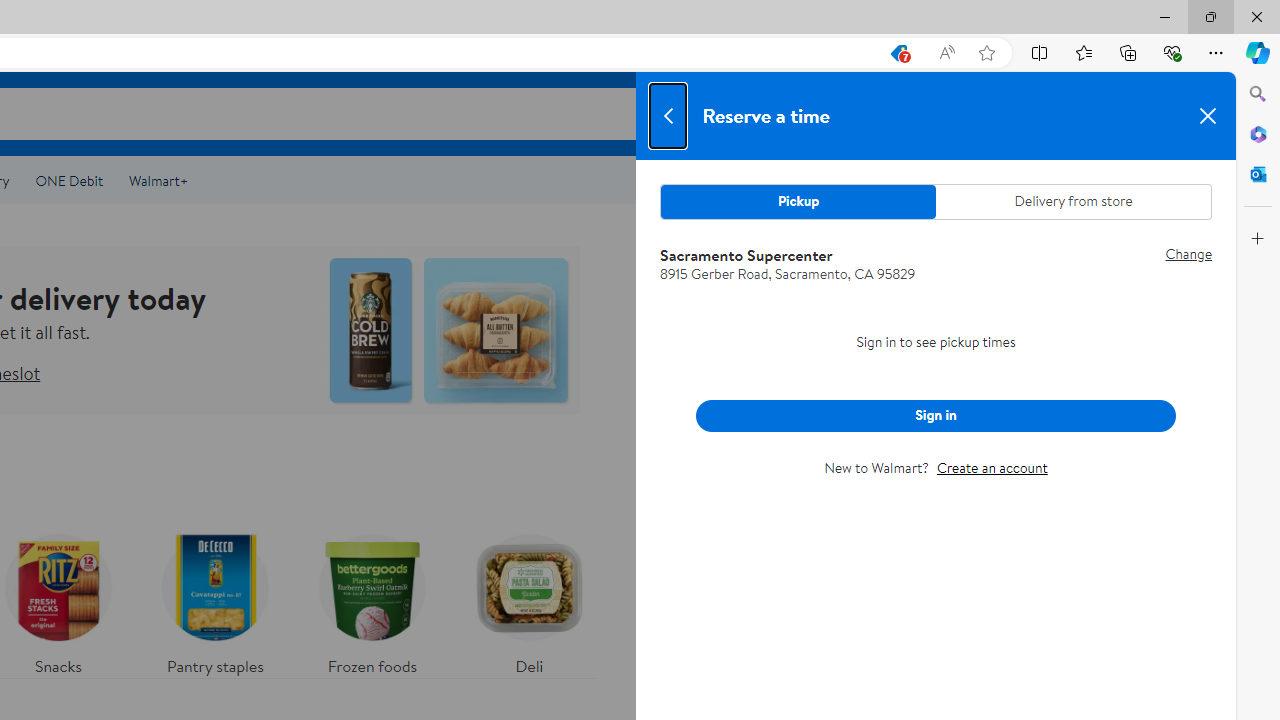 Image resolution: width=1280 pixels, height=720 pixels. What do you see at coordinates (992, 467) in the screenshot?
I see `'Create an account'` at bounding box center [992, 467].